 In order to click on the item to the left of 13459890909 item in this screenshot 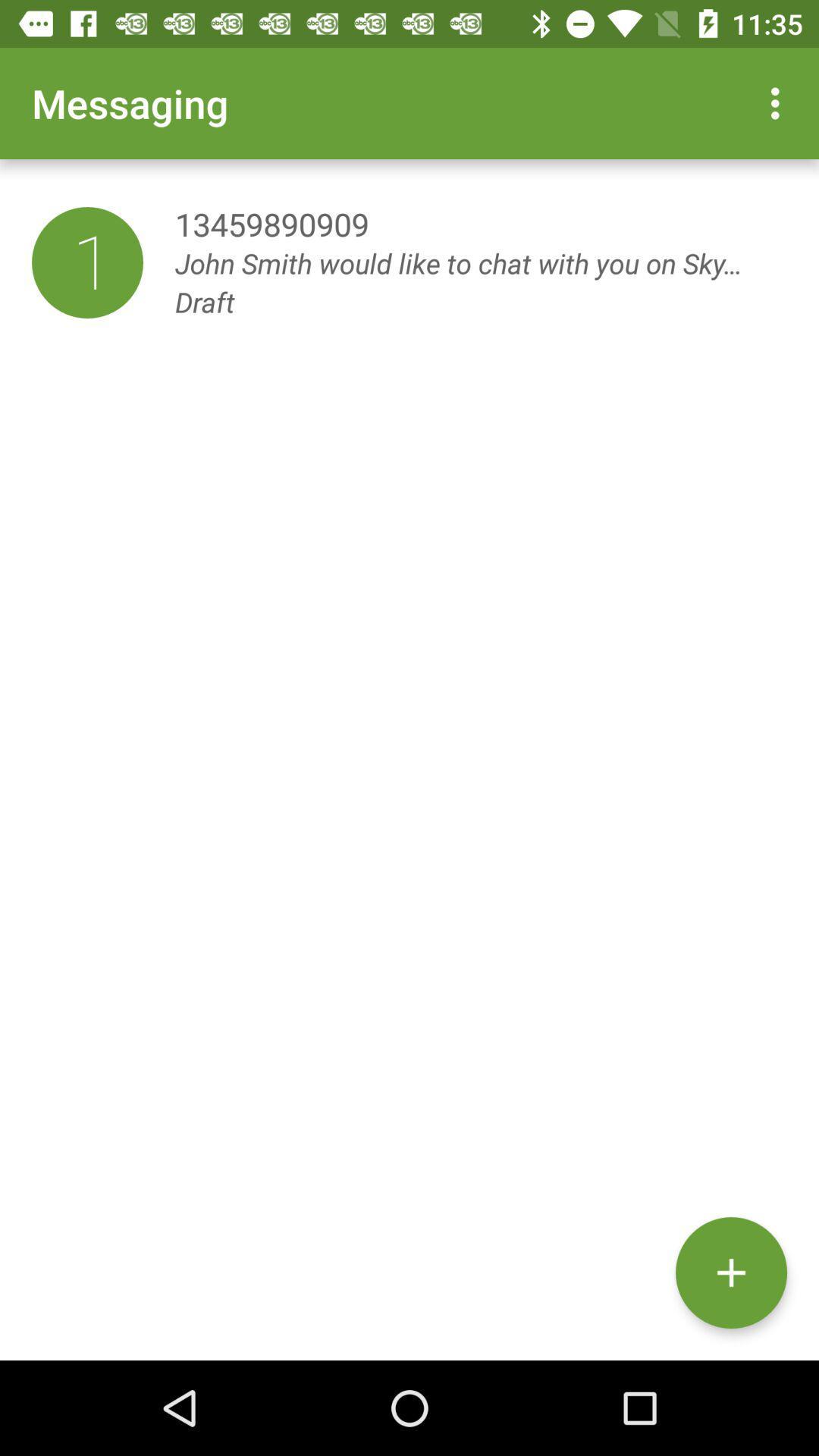, I will do `click(87, 262)`.